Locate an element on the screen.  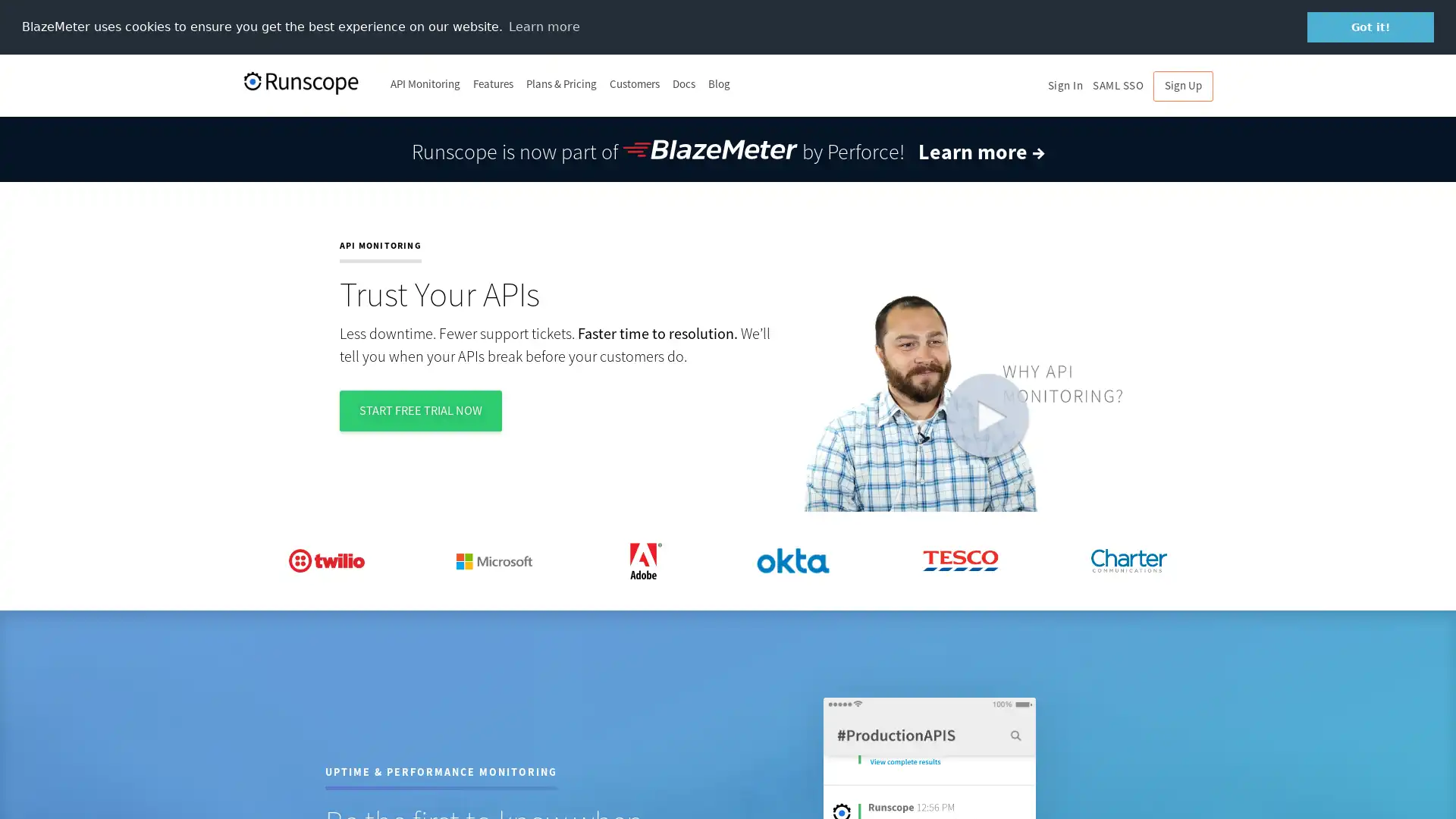
learn more about cookies is located at coordinates (544, 26).